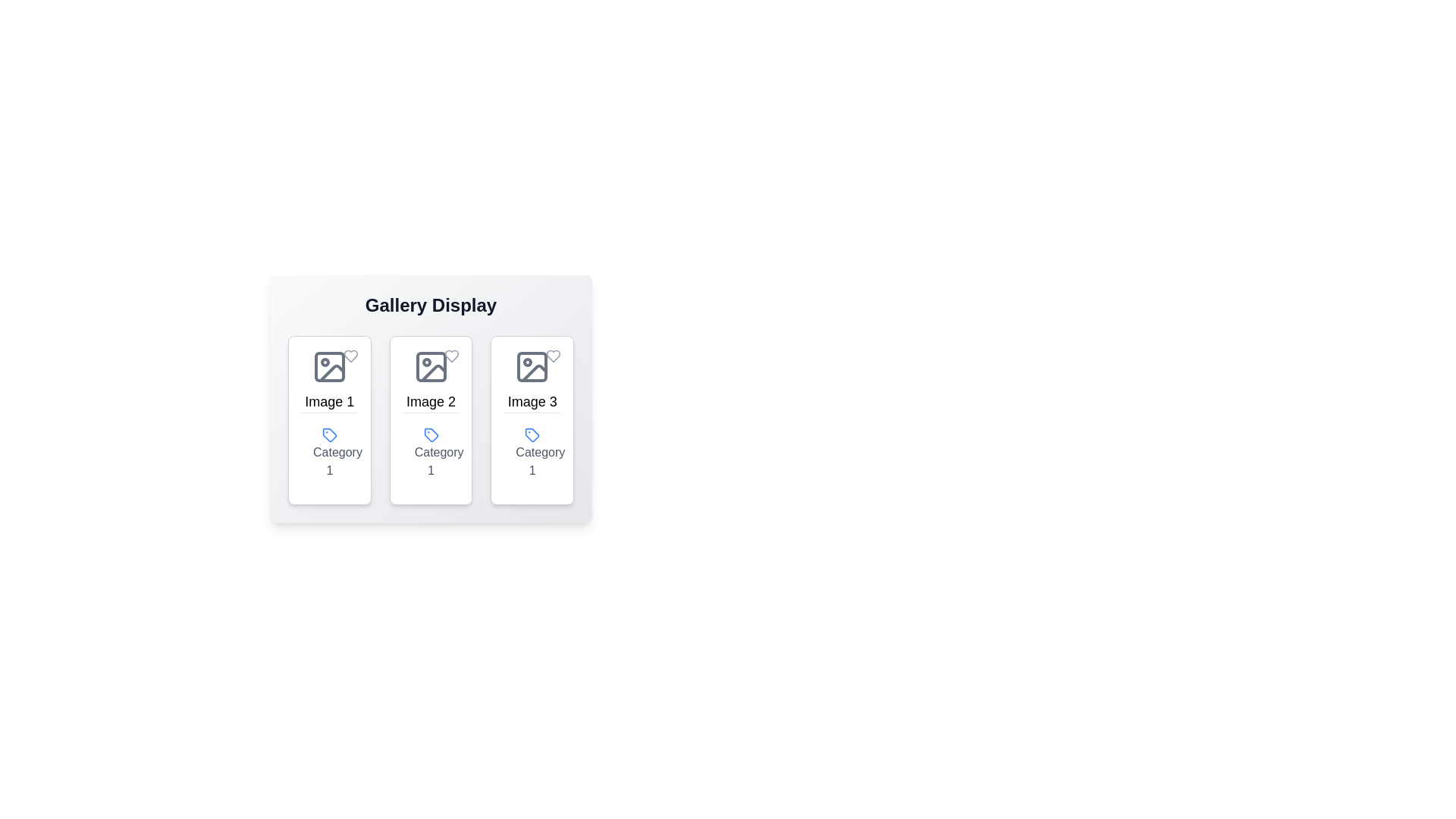 This screenshot has height=819, width=1456. What do you see at coordinates (328, 451) in the screenshot?
I see `the category text and icon located in the bottom section of the card labeled 'Image 1', positioned below the image and title within the gallery layout` at bounding box center [328, 451].